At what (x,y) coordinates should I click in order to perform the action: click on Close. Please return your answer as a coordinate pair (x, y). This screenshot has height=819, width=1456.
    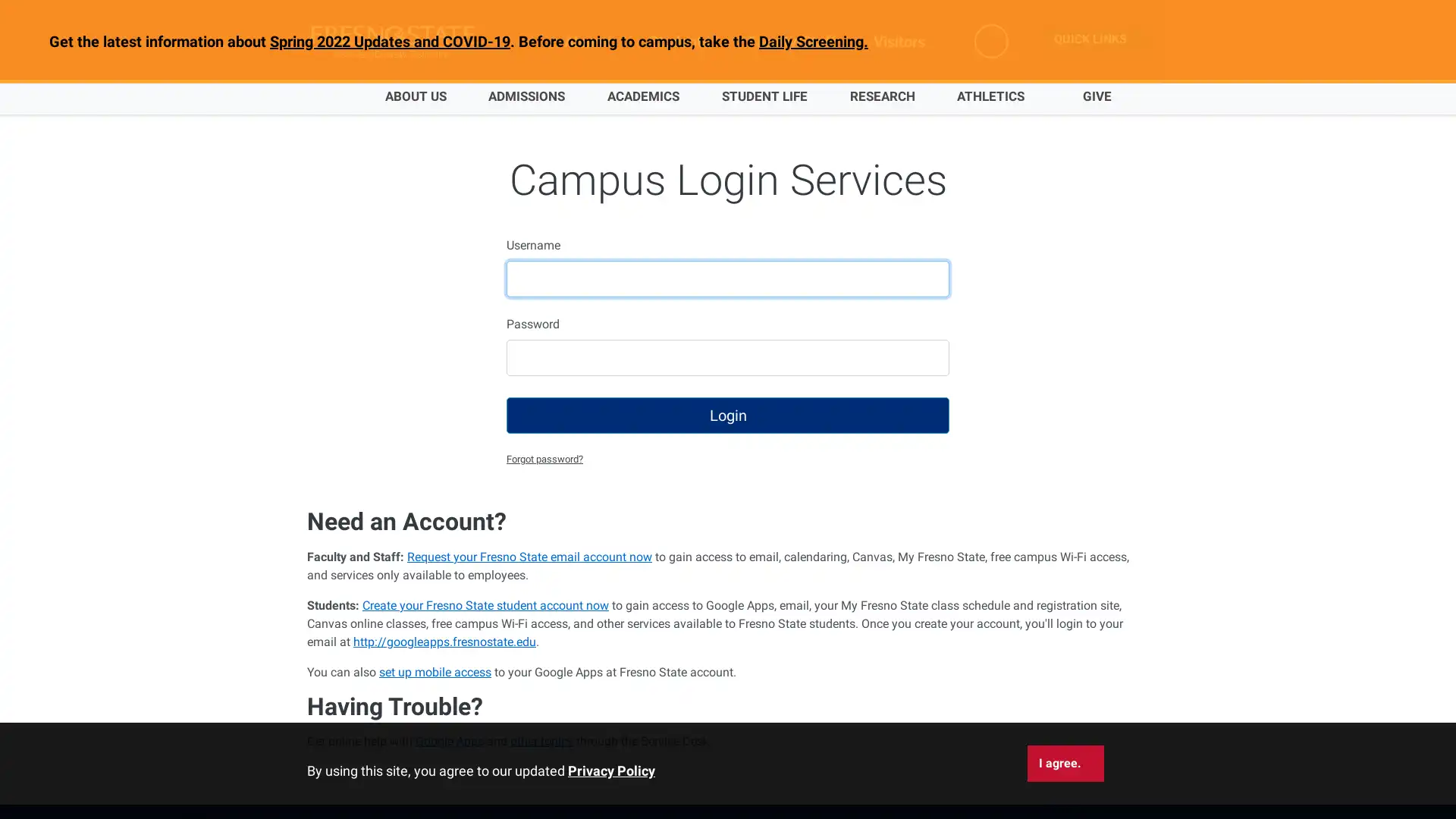
    Looking at the image, I should click on (1401, 45).